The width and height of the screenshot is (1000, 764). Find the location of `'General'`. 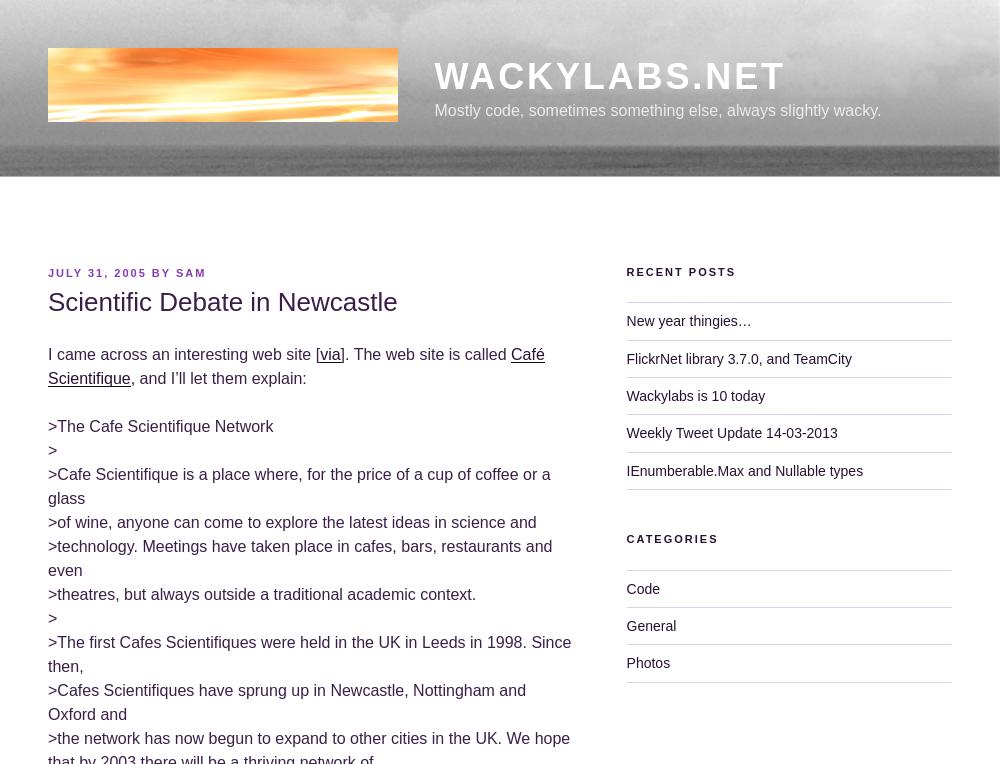

'General' is located at coordinates (651, 625).